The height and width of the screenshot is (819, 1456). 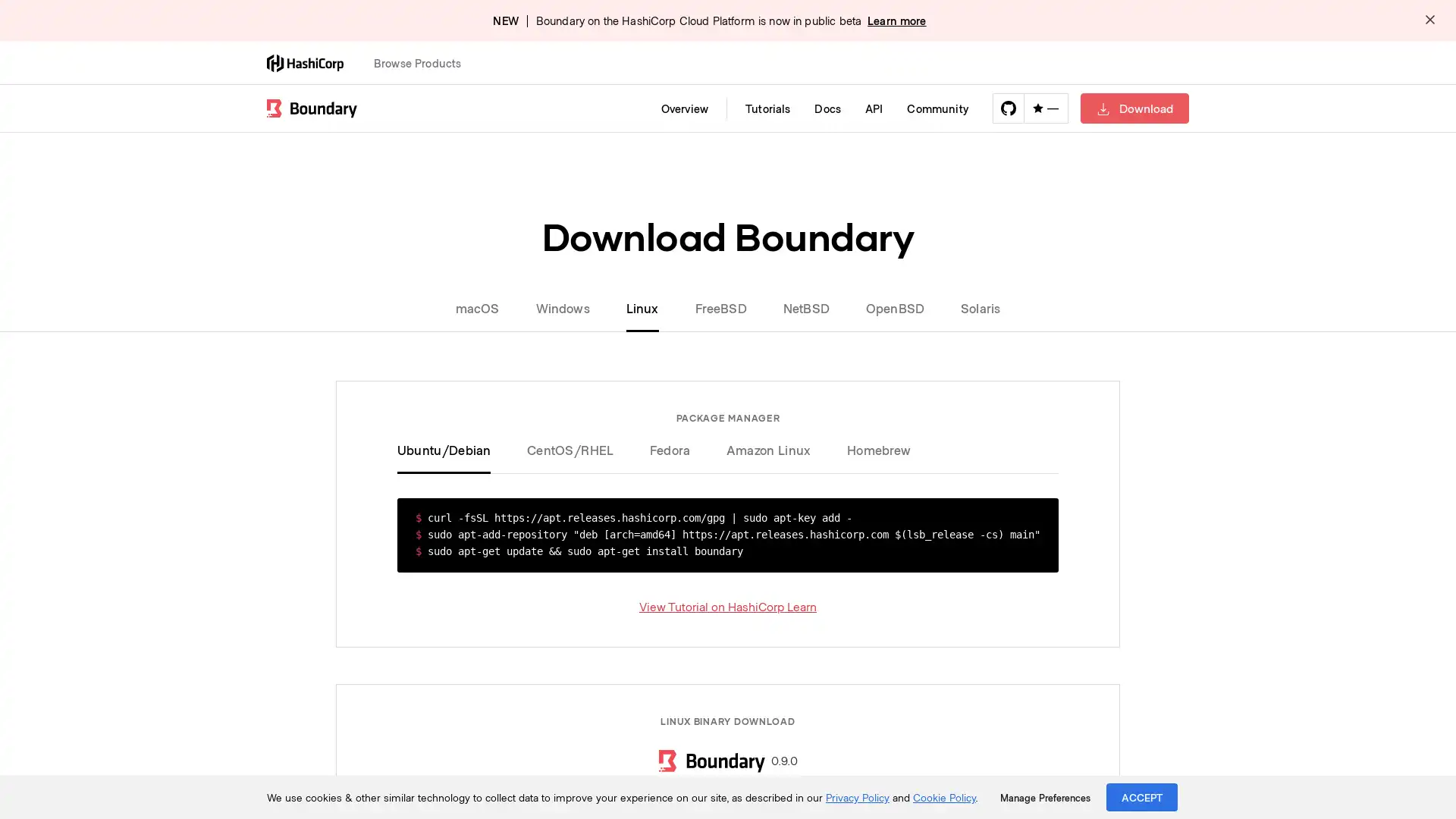 What do you see at coordinates (642, 307) in the screenshot?
I see `Linux` at bounding box center [642, 307].